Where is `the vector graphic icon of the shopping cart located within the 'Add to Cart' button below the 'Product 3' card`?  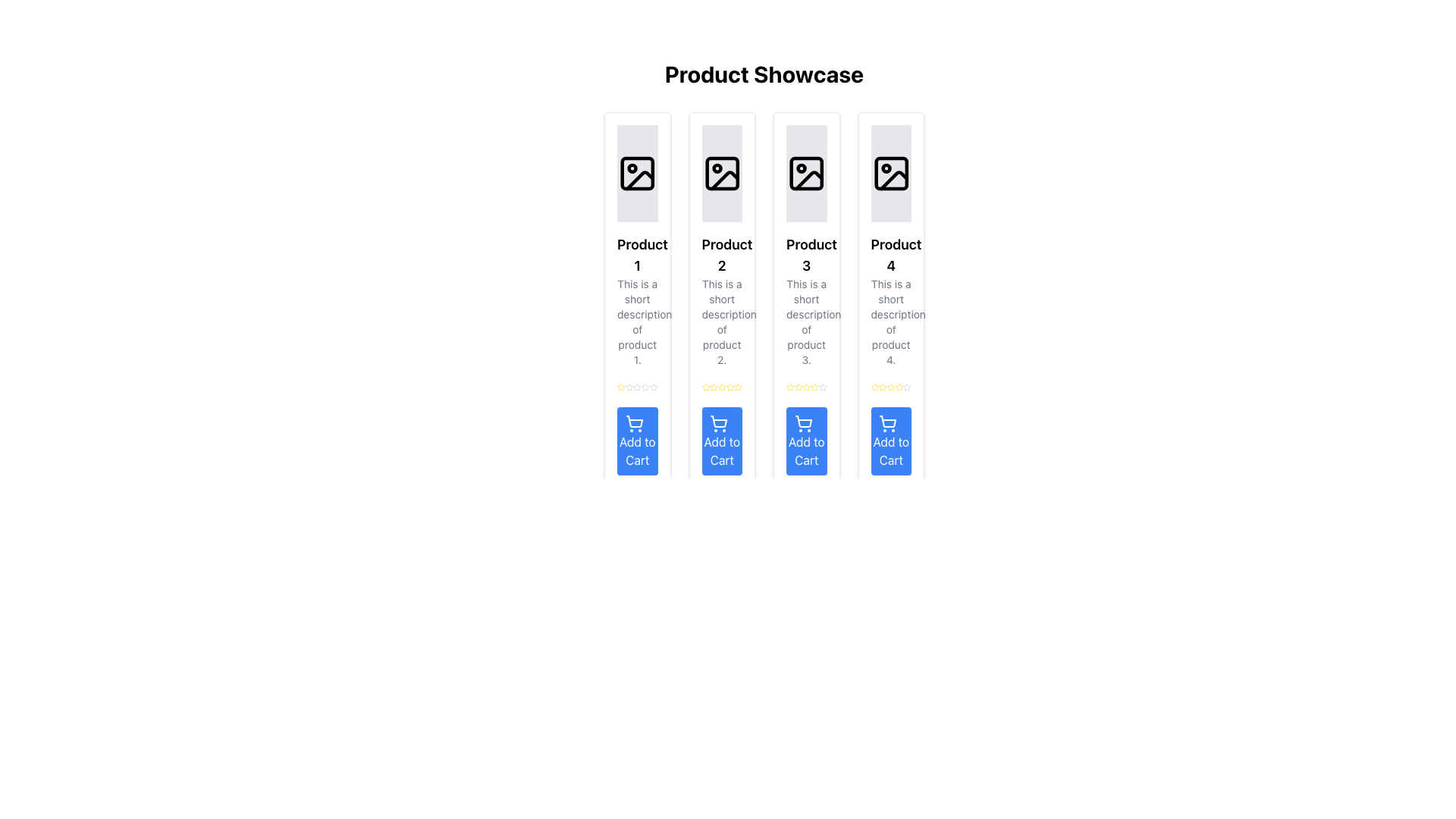
the vector graphic icon of the shopping cart located within the 'Add to Cart' button below the 'Product 3' card is located at coordinates (718, 421).